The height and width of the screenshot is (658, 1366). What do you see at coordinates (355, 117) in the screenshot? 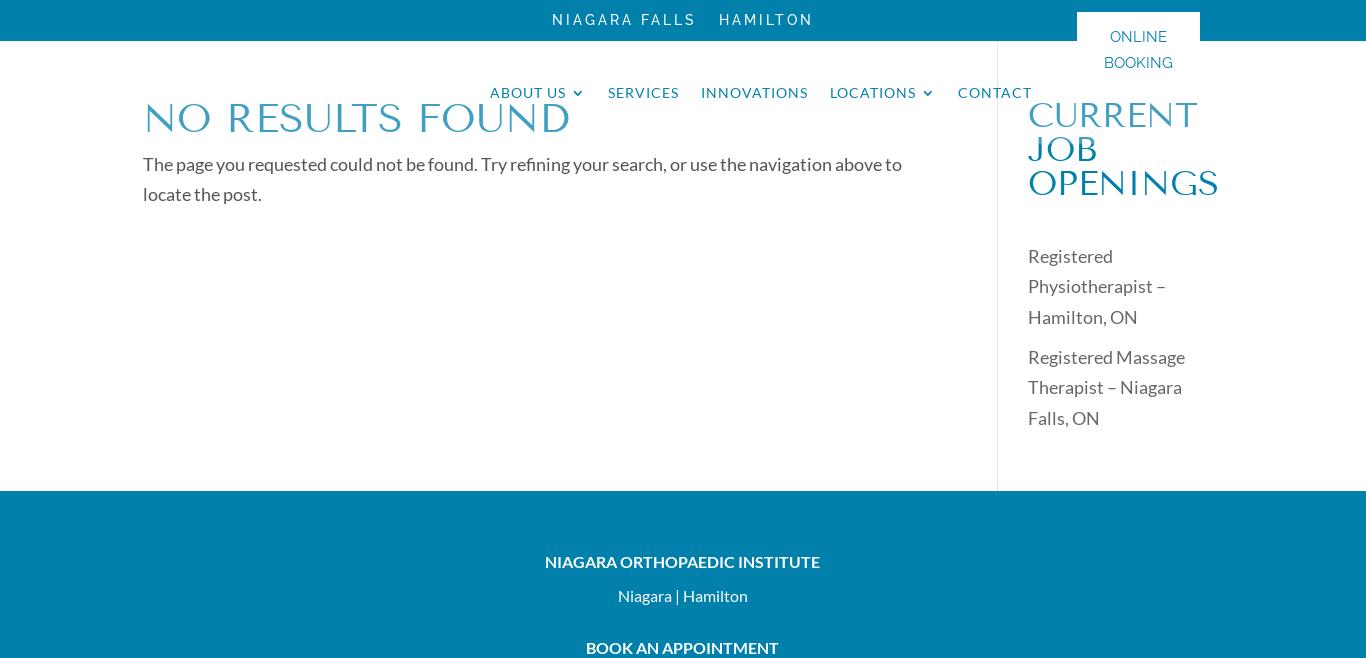
I see `'No Results Found'` at bounding box center [355, 117].